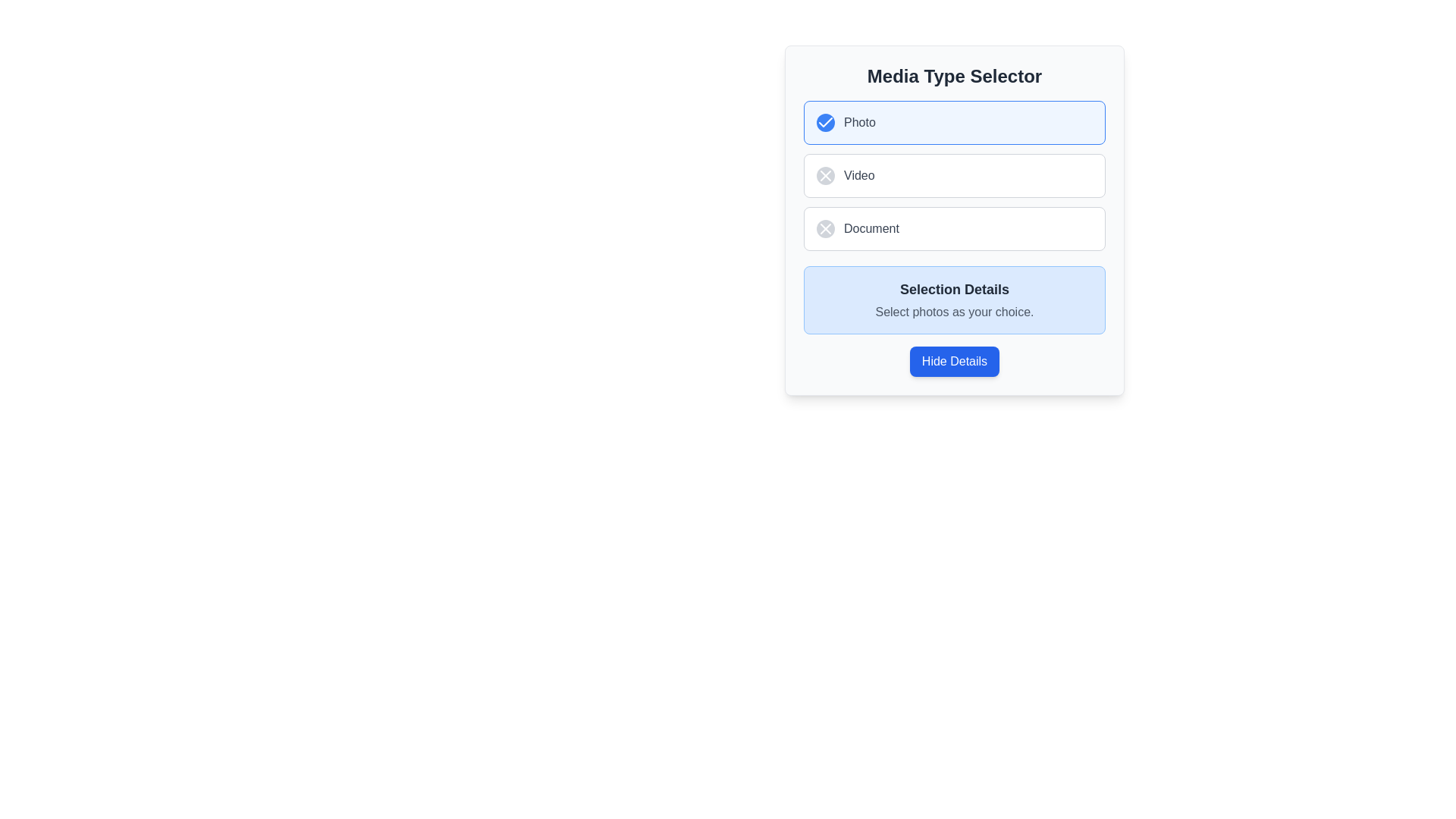 The image size is (1456, 819). What do you see at coordinates (825, 174) in the screenshot?
I see `the circular icon with a light gray background and a white 'X' in the center, located at the leftmost side of the 'Video' option` at bounding box center [825, 174].